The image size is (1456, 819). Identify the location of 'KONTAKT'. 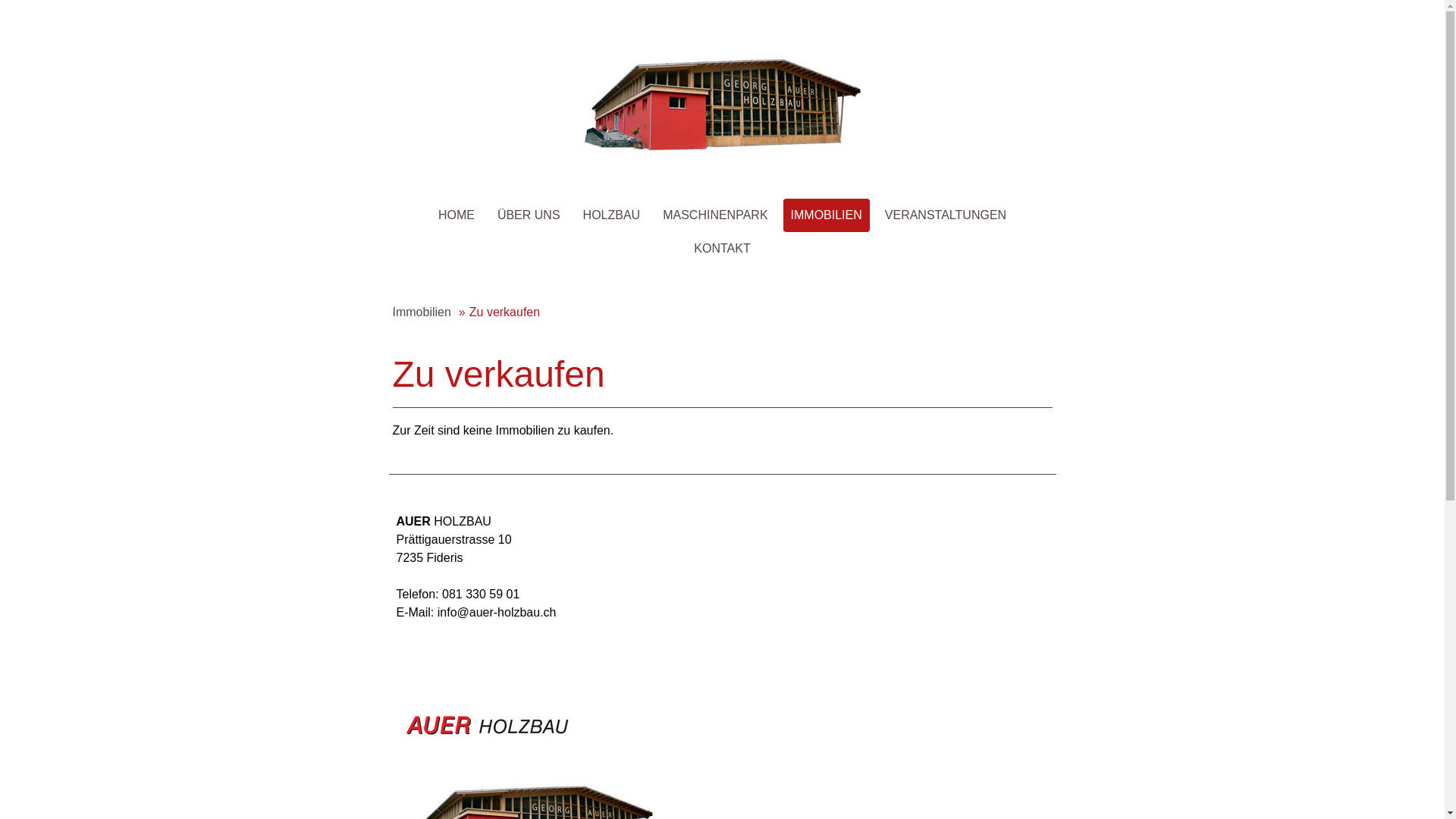
(720, 247).